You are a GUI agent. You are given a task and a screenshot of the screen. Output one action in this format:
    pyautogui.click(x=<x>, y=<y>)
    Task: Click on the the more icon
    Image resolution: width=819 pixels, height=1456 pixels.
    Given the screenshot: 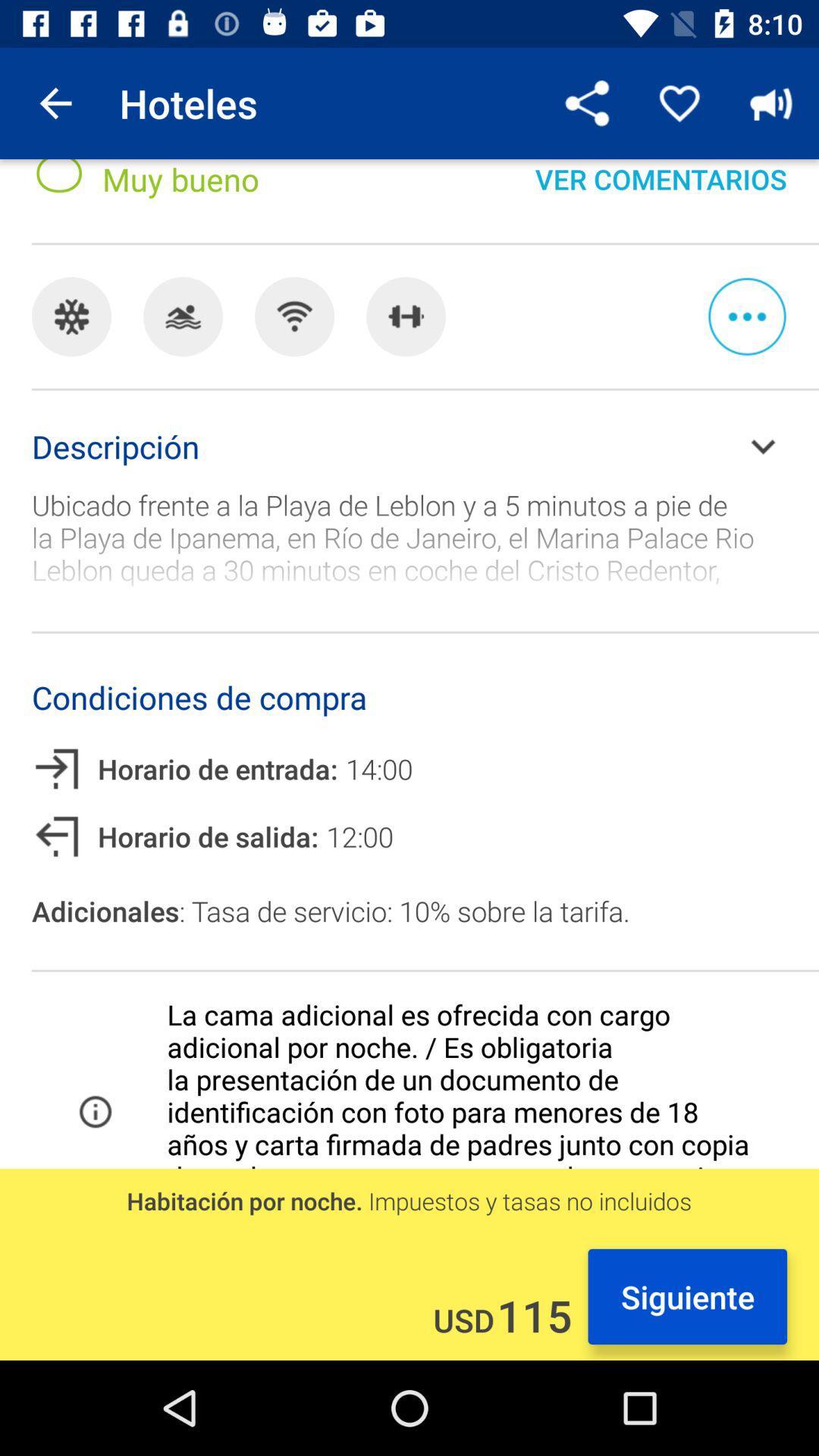 What is the action you would take?
    pyautogui.click(x=746, y=315)
    